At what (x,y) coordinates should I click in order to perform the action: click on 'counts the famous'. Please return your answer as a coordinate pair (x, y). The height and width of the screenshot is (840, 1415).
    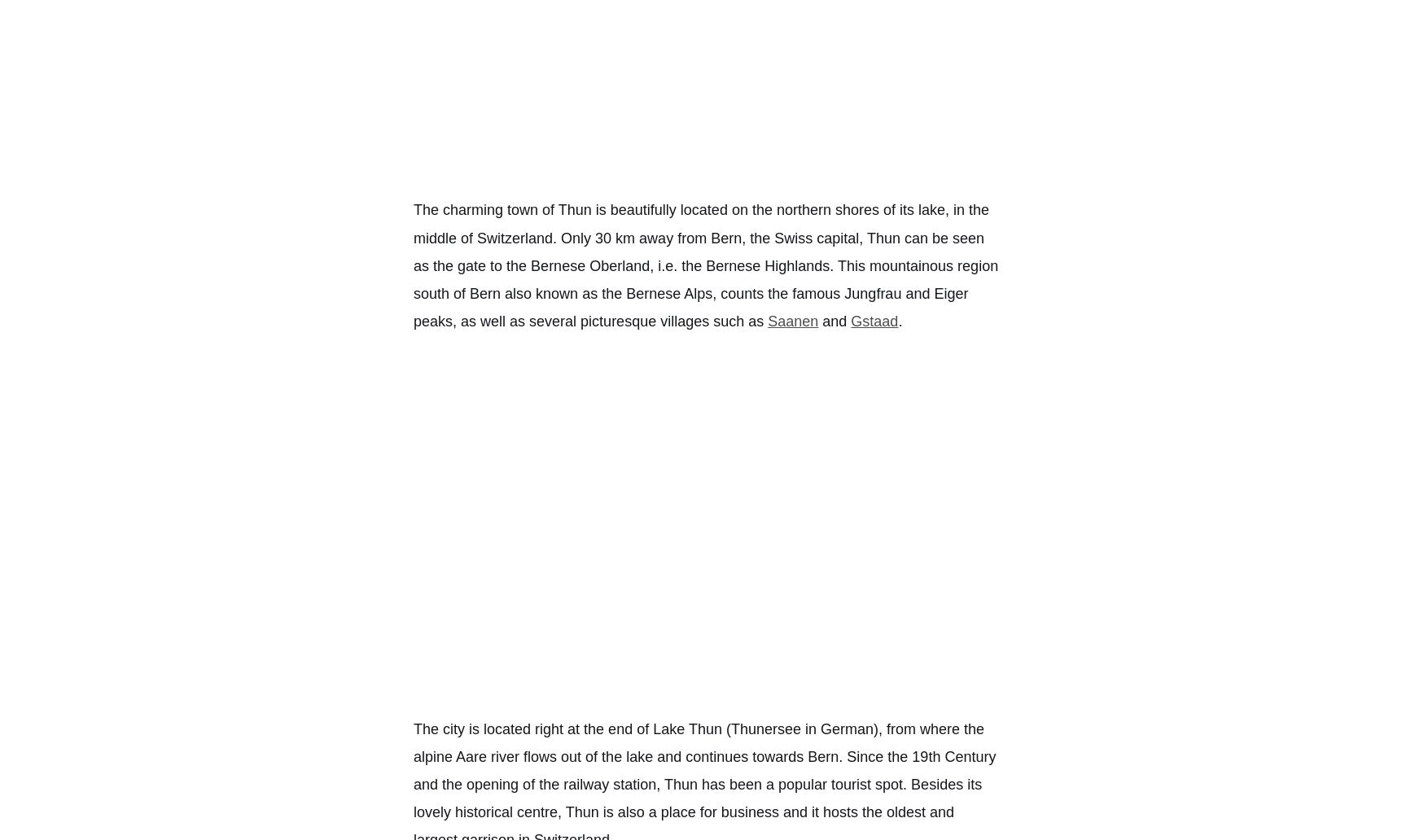
    Looking at the image, I should click on (779, 293).